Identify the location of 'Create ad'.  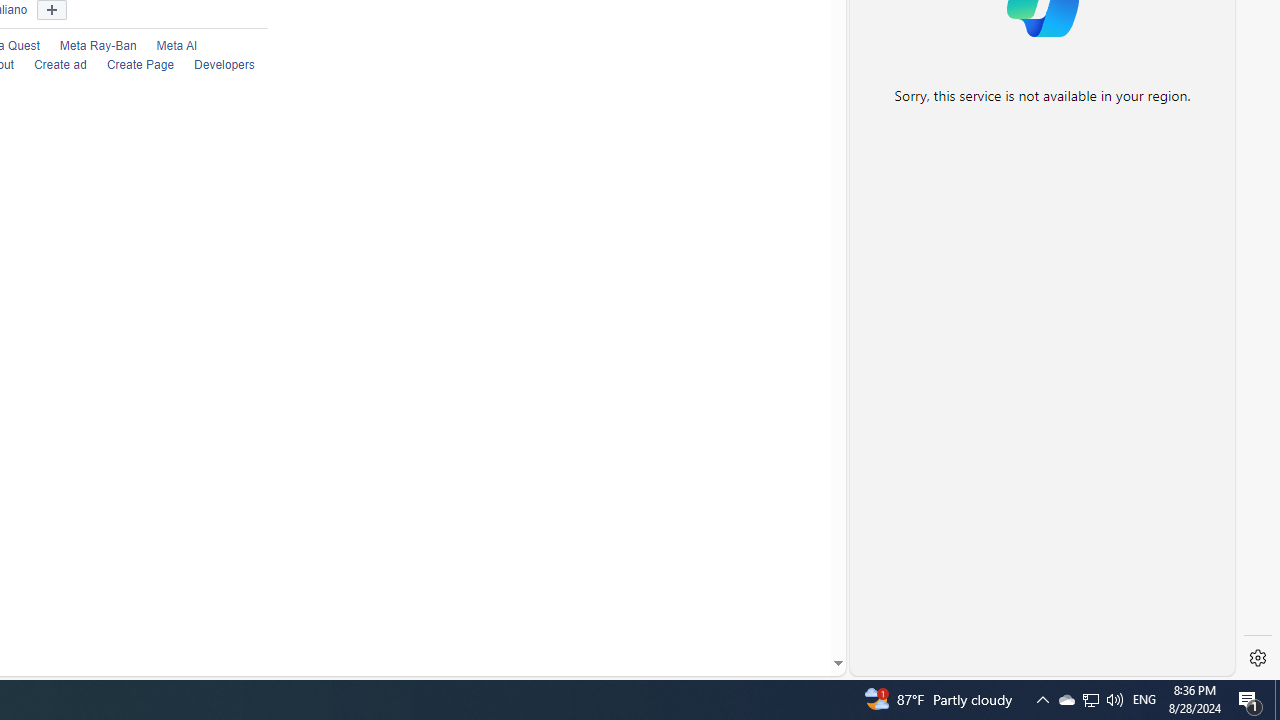
(60, 64).